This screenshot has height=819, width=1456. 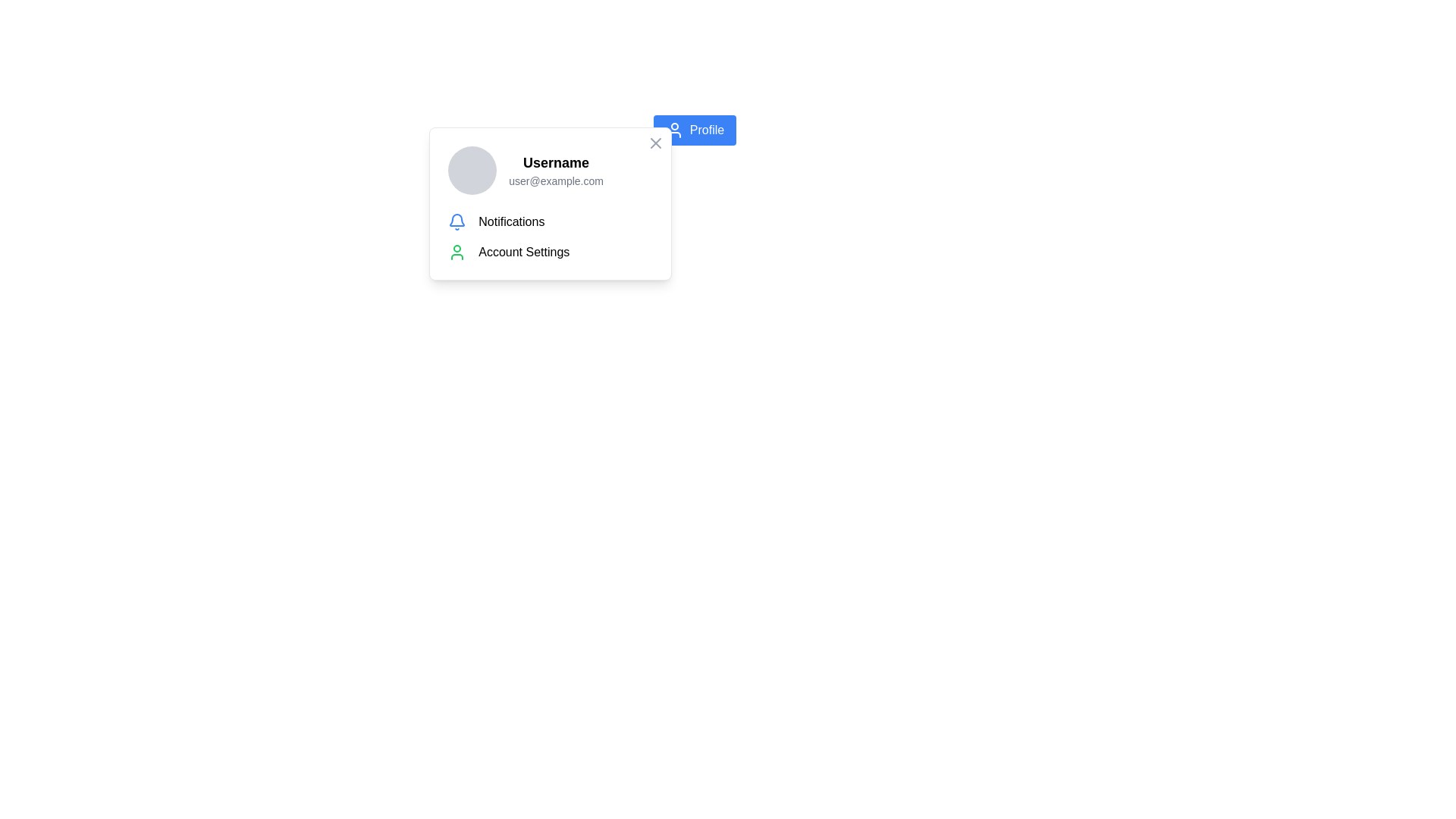 What do you see at coordinates (550, 203) in the screenshot?
I see `the dropdown menu located below and slightly to the left of the 'Profile' button` at bounding box center [550, 203].